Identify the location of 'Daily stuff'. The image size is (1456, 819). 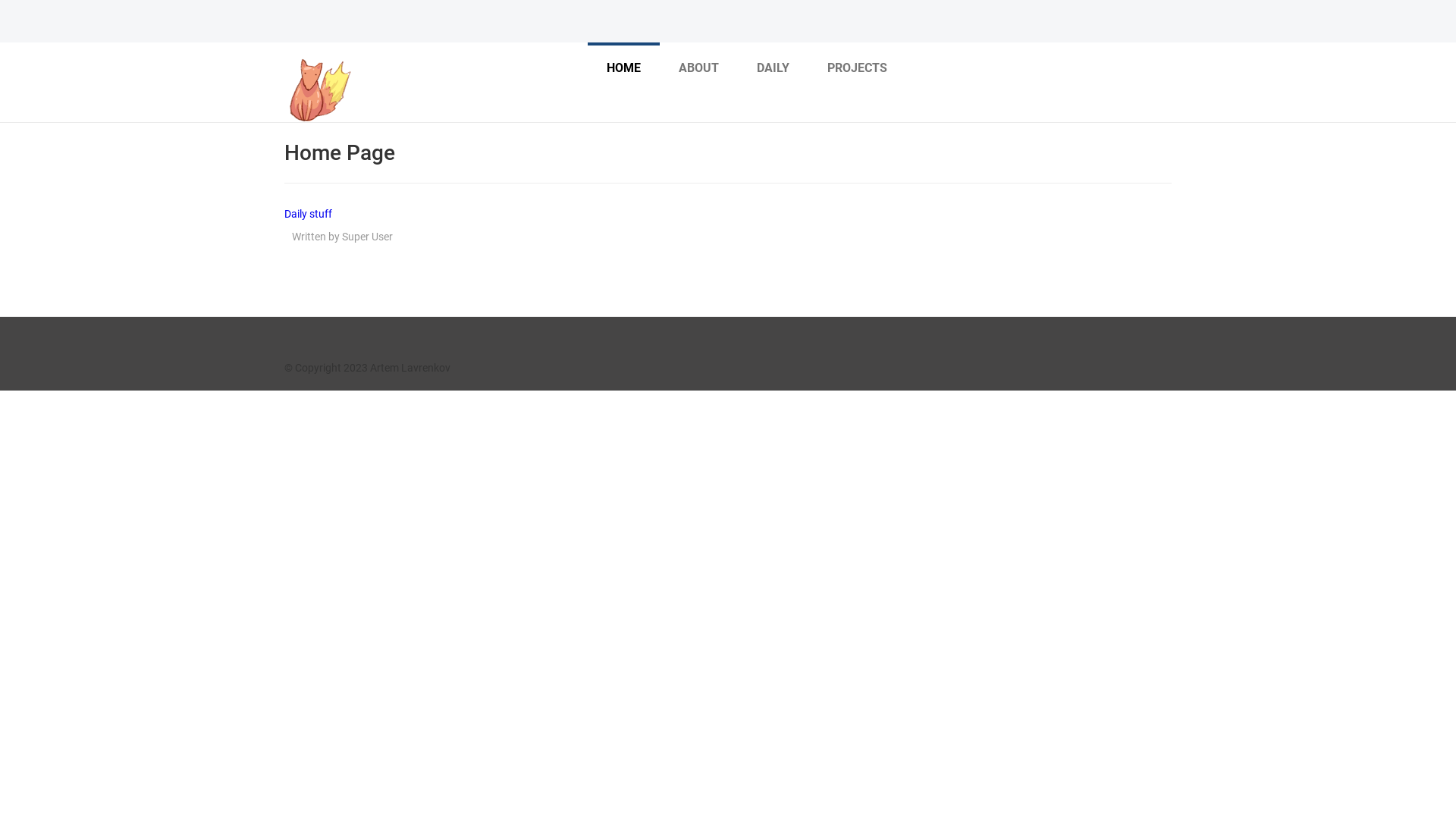
(307, 213).